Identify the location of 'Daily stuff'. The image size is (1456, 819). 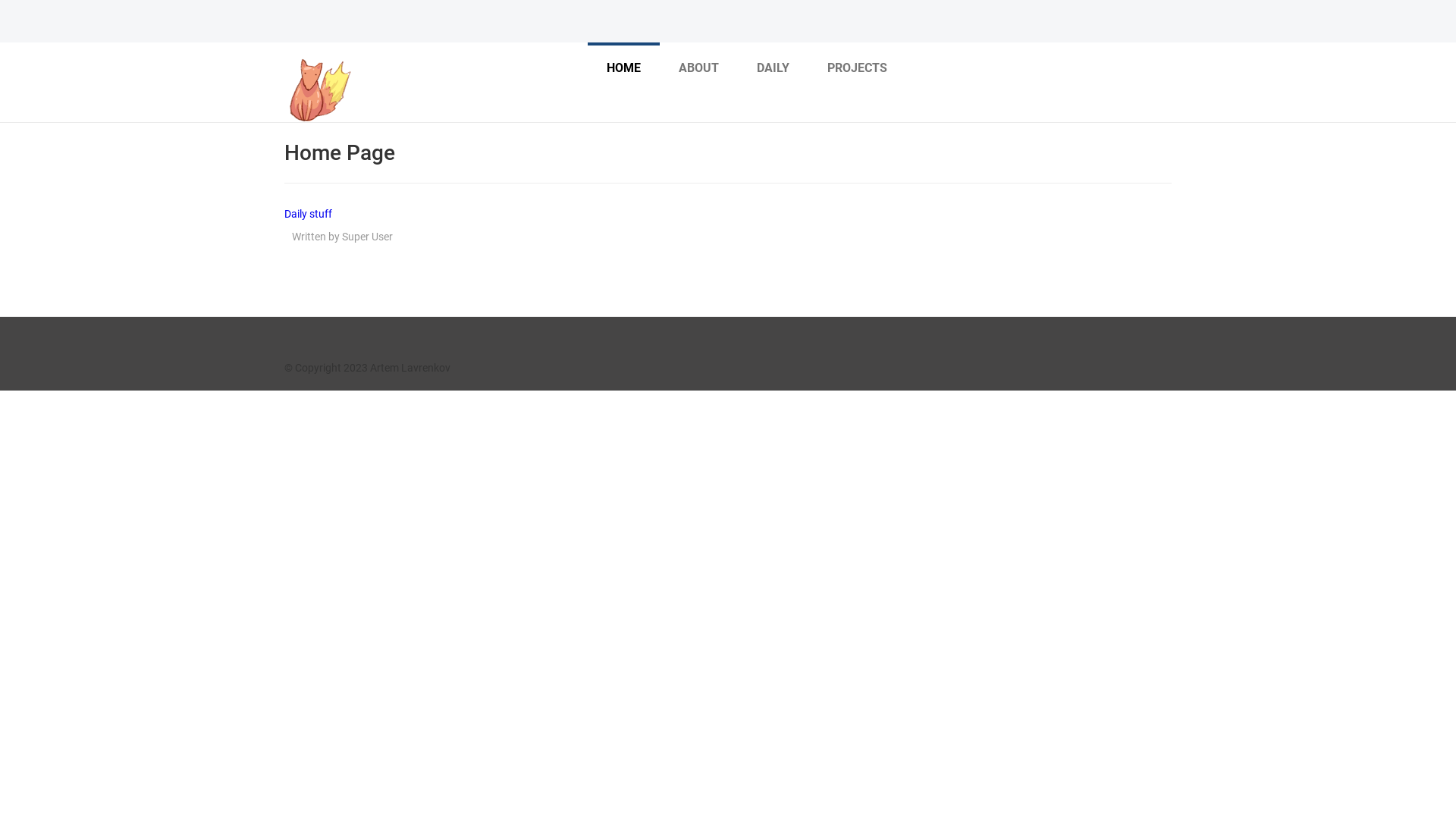
(307, 213).